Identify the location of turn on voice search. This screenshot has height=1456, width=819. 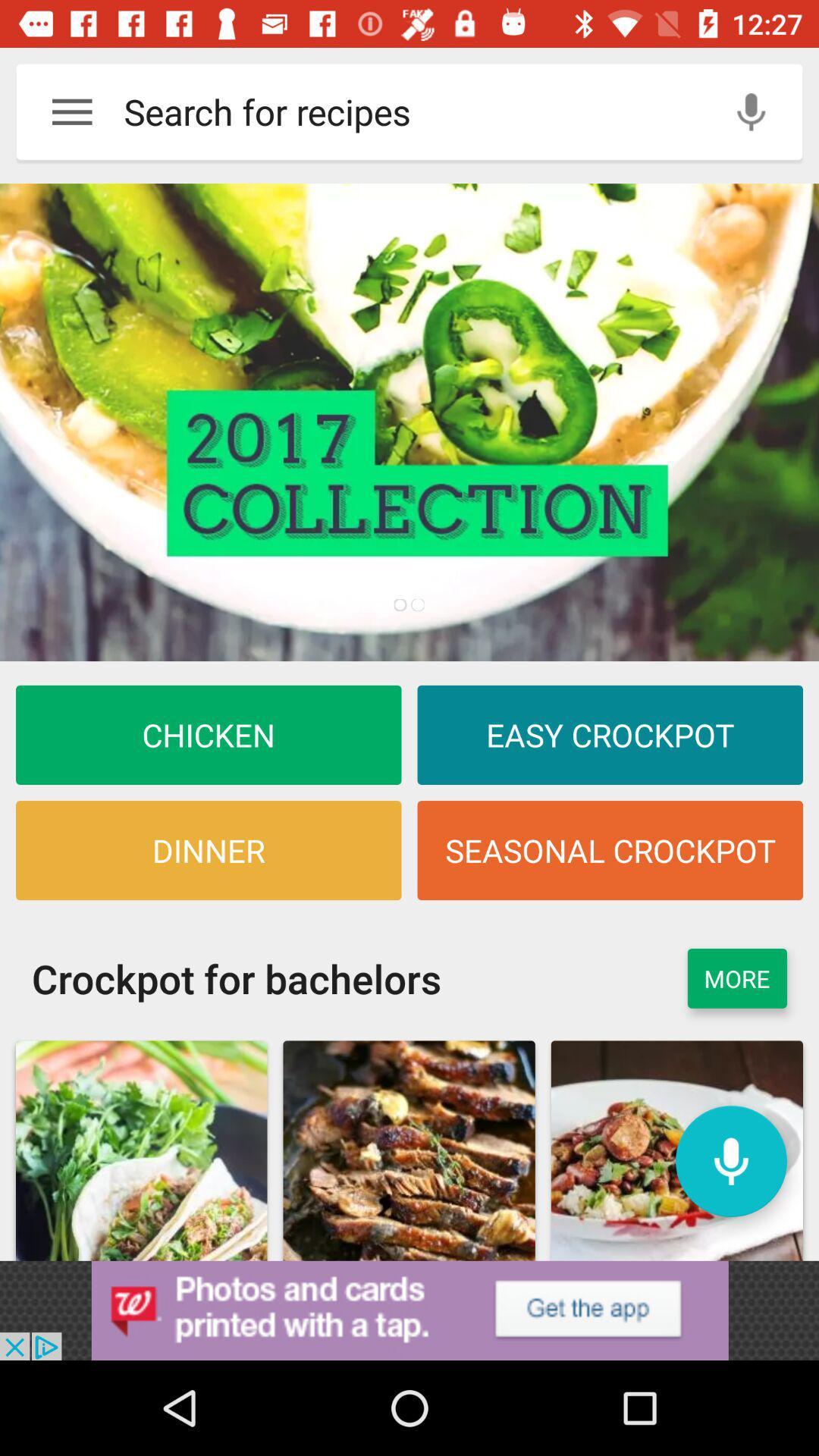
(751, 111).